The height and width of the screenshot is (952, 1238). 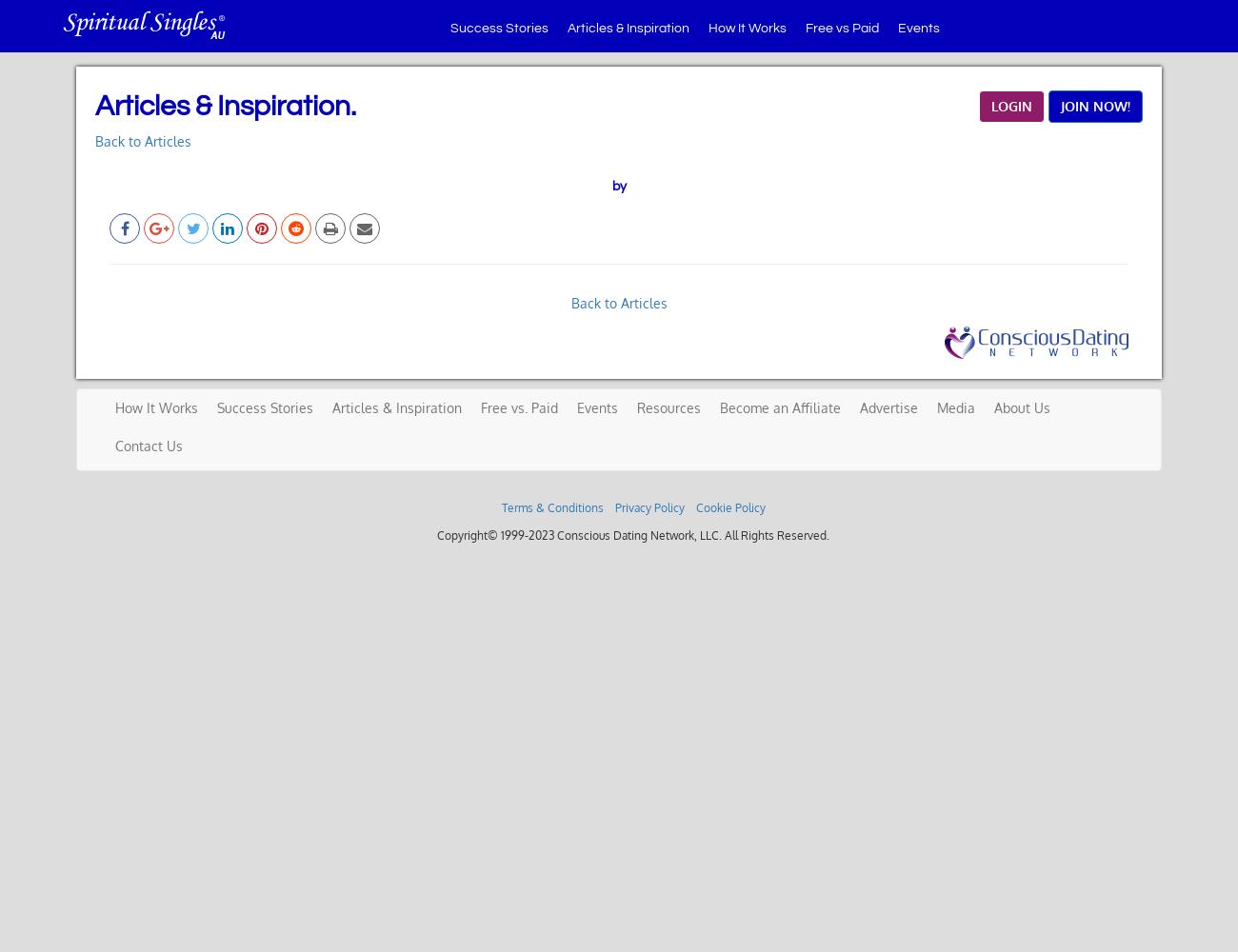 I want to click on 'JOIN NOW!', so click(x=1094, y=105).